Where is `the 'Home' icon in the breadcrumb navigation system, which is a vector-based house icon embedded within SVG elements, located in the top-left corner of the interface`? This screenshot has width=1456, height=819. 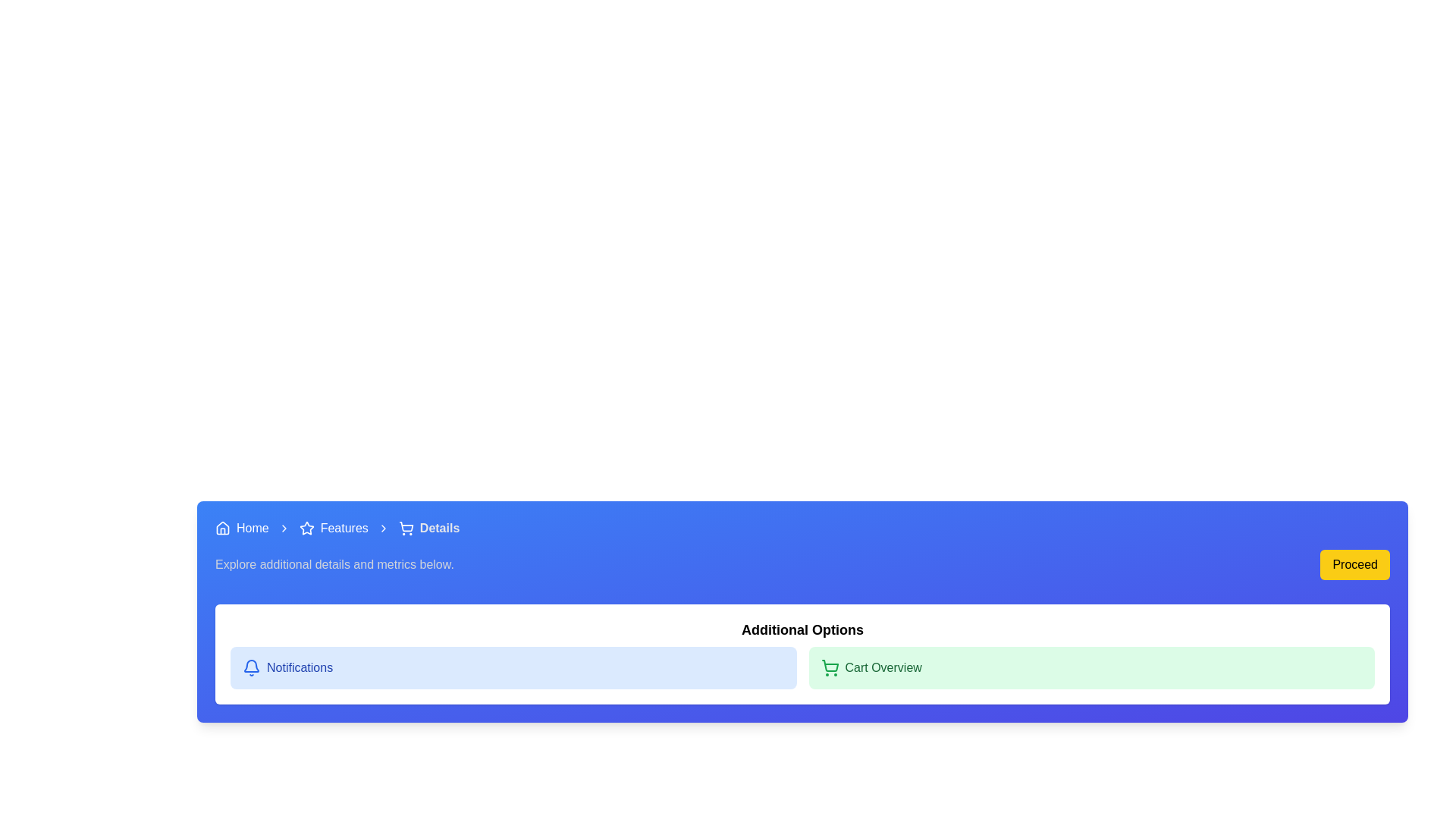 the 'Home' icon in the breadcrumb navigation system, which is a vector-based house icon embedded within SVG elements, located in the top-left corner of the interface is located at coordinates (221, 526).